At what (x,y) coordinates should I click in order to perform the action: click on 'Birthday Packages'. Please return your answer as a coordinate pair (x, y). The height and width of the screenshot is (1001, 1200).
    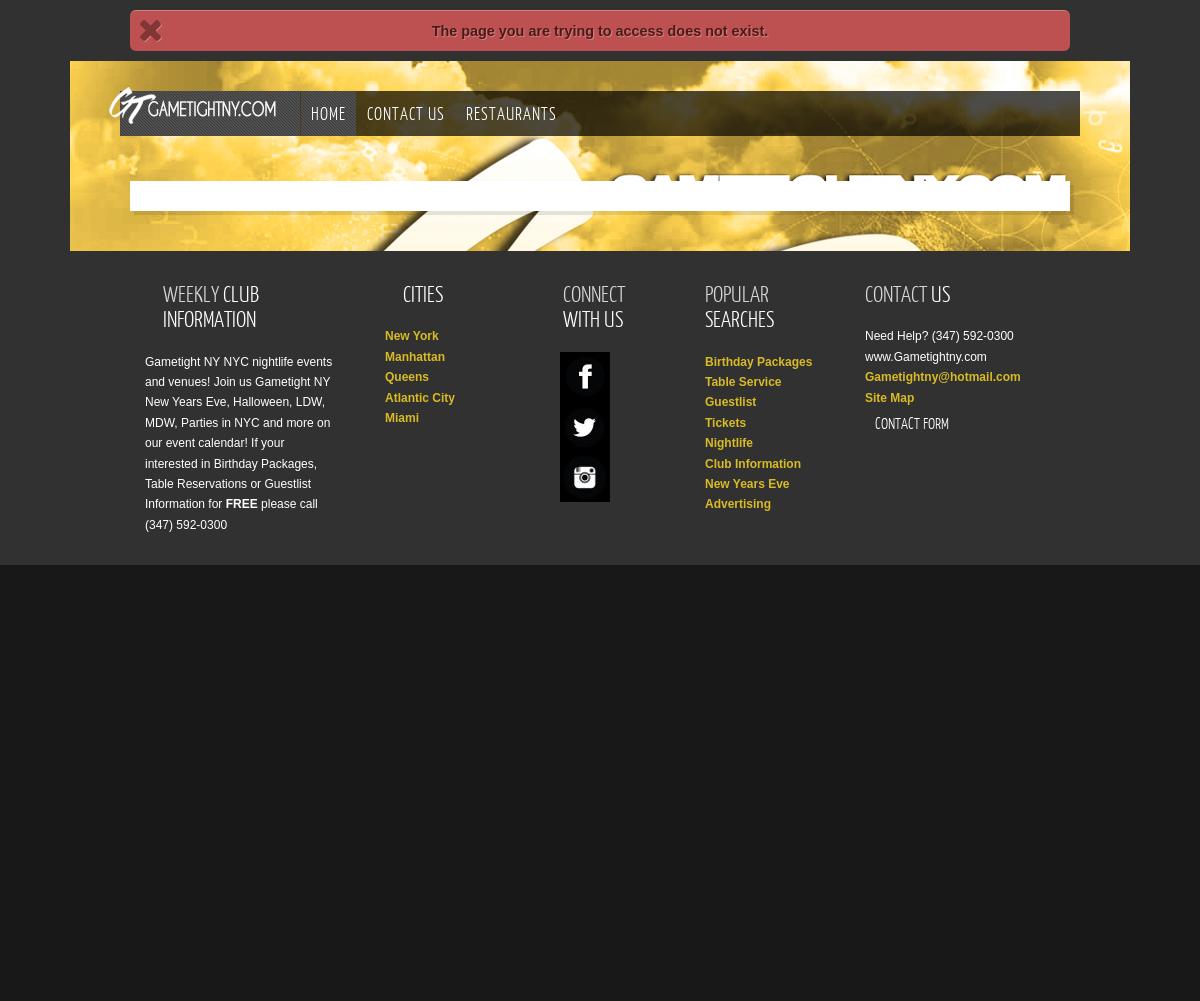
    Looking at the image, I should click on (757, 359).